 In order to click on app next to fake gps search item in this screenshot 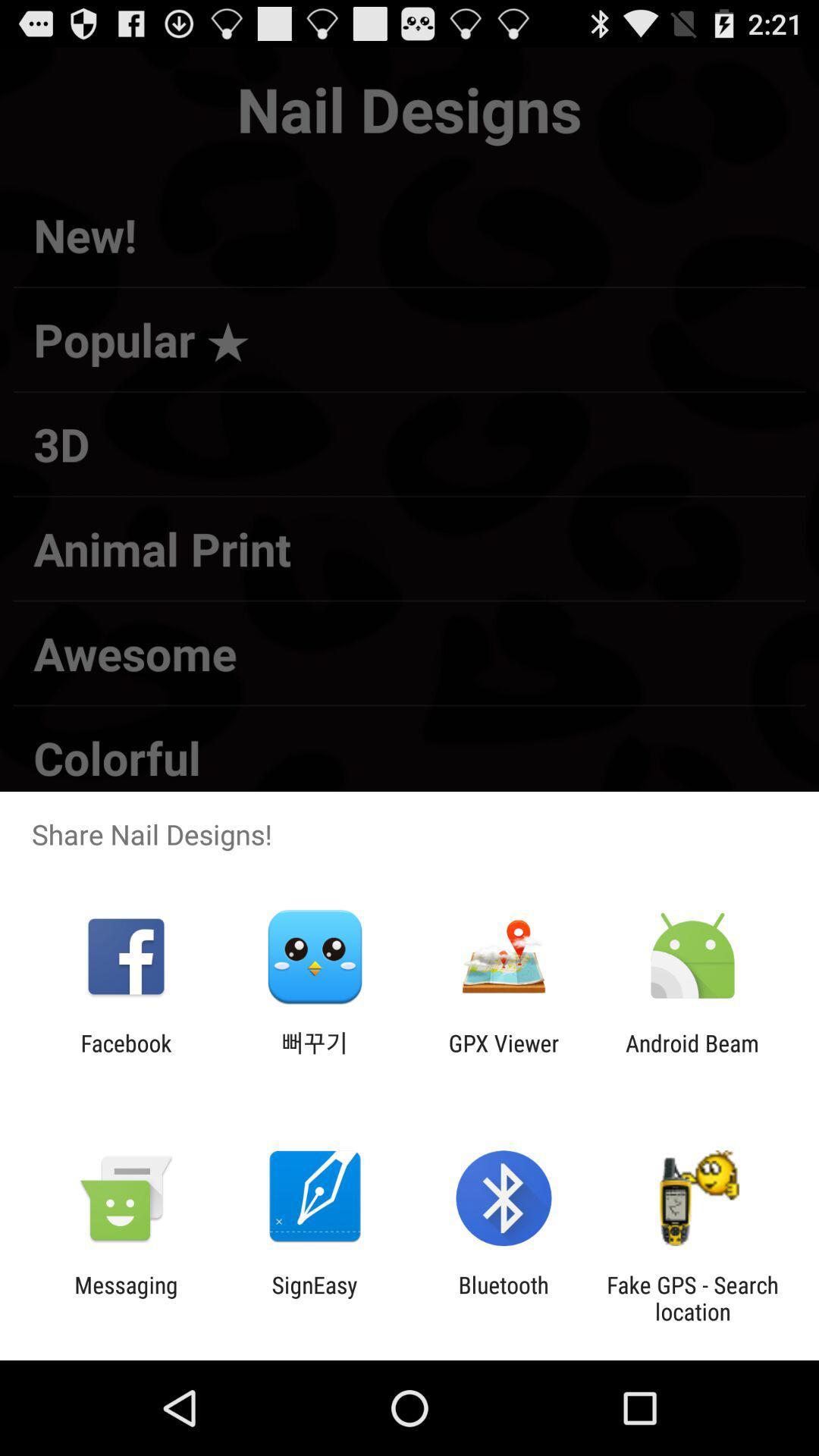, I will do `click(504, 1298)`.